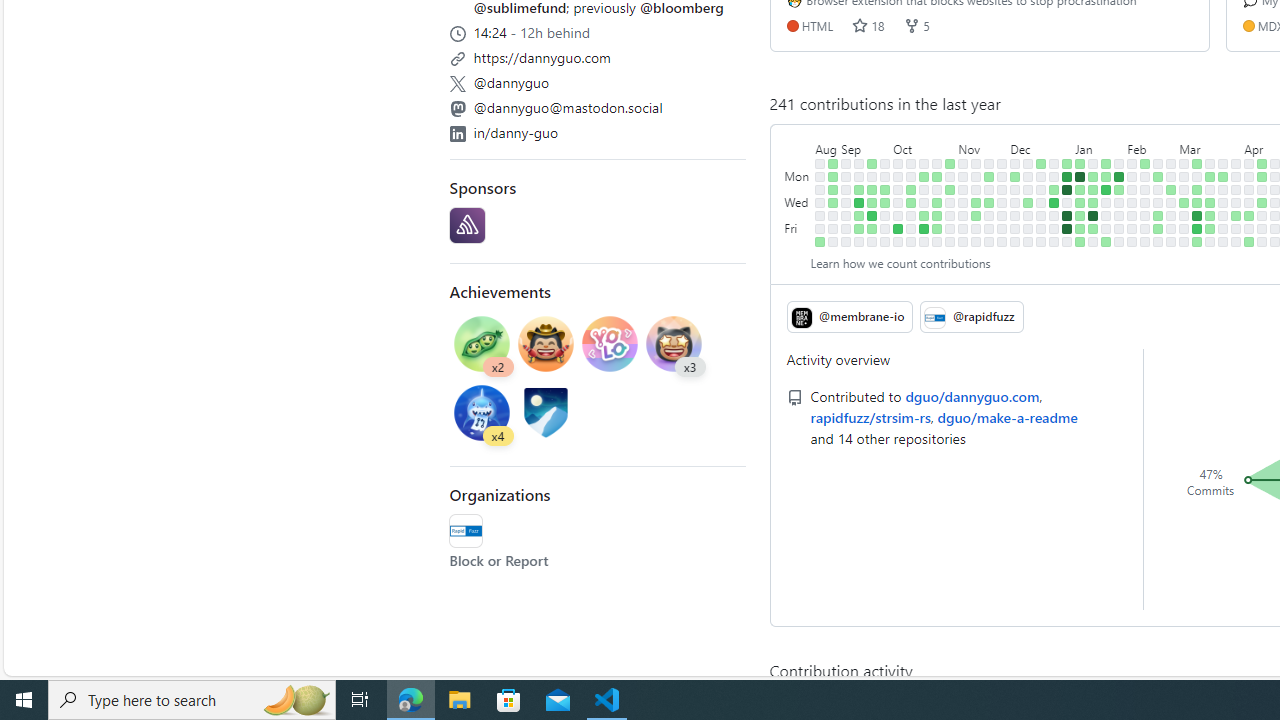 The image size is (1280, 720). Describe the element at coordinates (1209, 189) in the screenshot. I see `'No contributions on March 19th.'` at that location.